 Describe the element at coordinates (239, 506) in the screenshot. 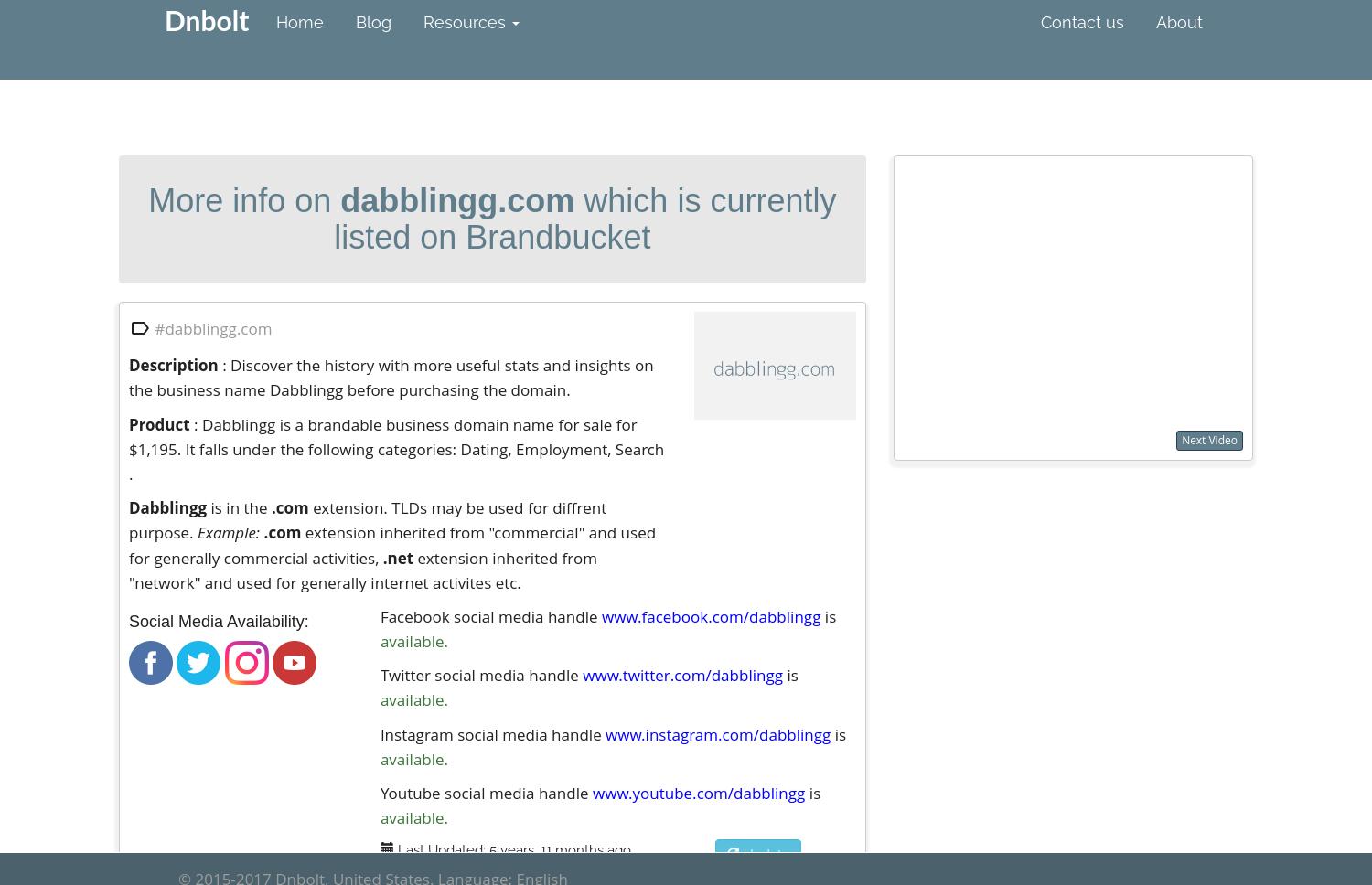

I see `'is in the'` at that location.